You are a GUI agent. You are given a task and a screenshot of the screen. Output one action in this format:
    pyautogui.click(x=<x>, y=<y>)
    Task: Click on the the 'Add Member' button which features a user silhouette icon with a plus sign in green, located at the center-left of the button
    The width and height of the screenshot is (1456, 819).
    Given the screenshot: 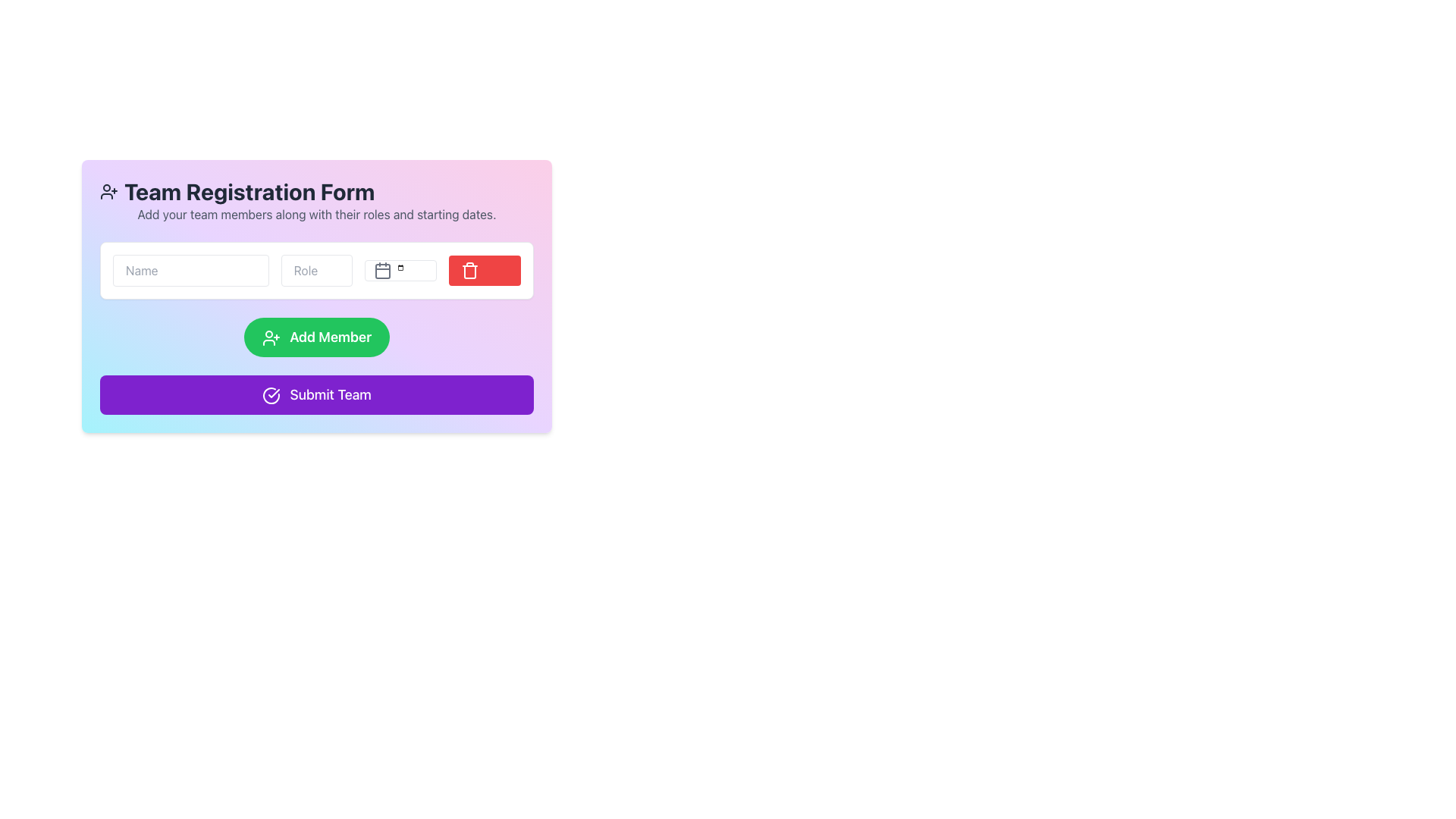 What is the action you would take?
    pyautogui.click(x=271, y=337)
    